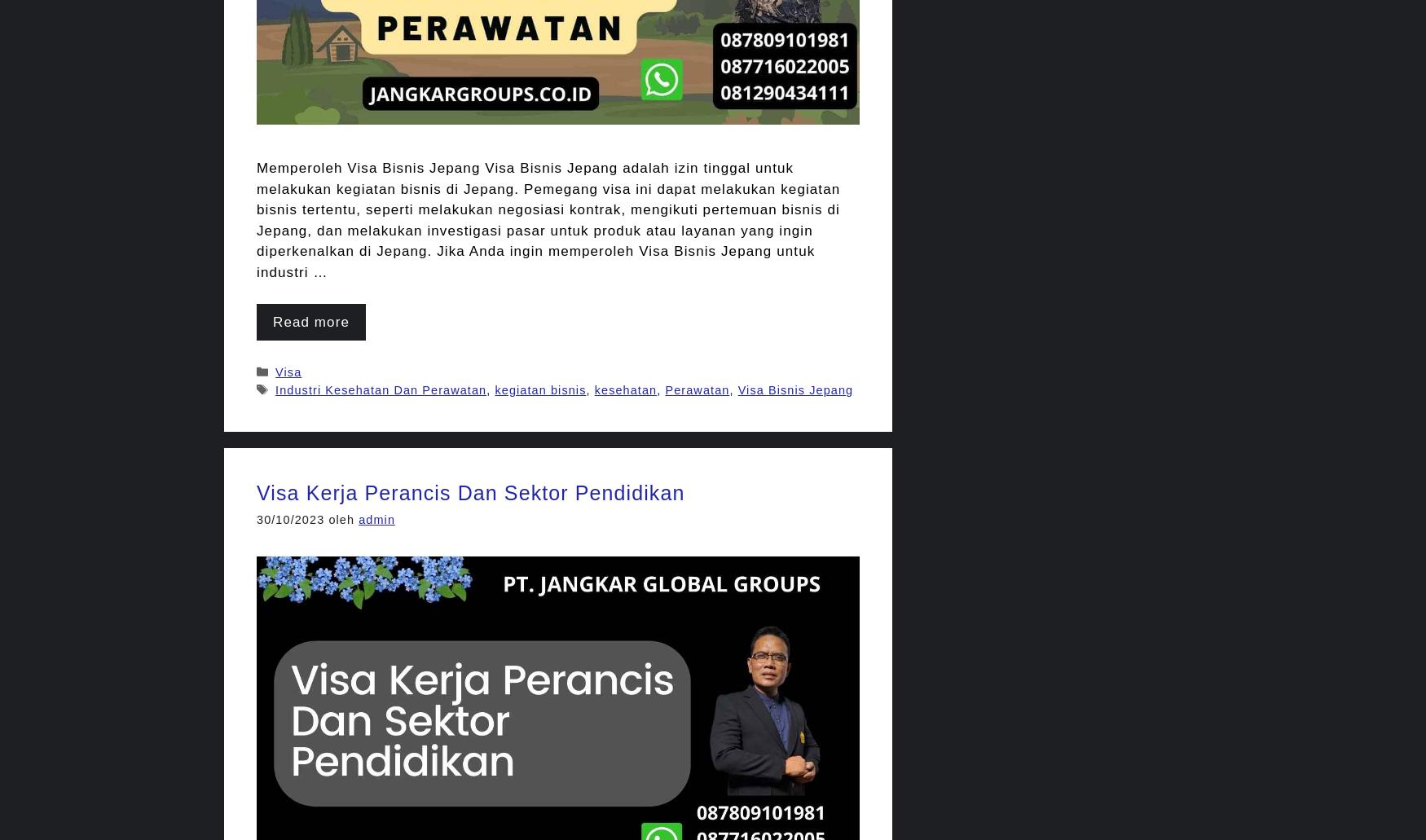 The height and width of the screenshot is (840, 1426). What do you see at coordinates (794, 389) in the screenshot?
I see `'Visa Bisnis Jepang'` at bounding box center [794, 389].